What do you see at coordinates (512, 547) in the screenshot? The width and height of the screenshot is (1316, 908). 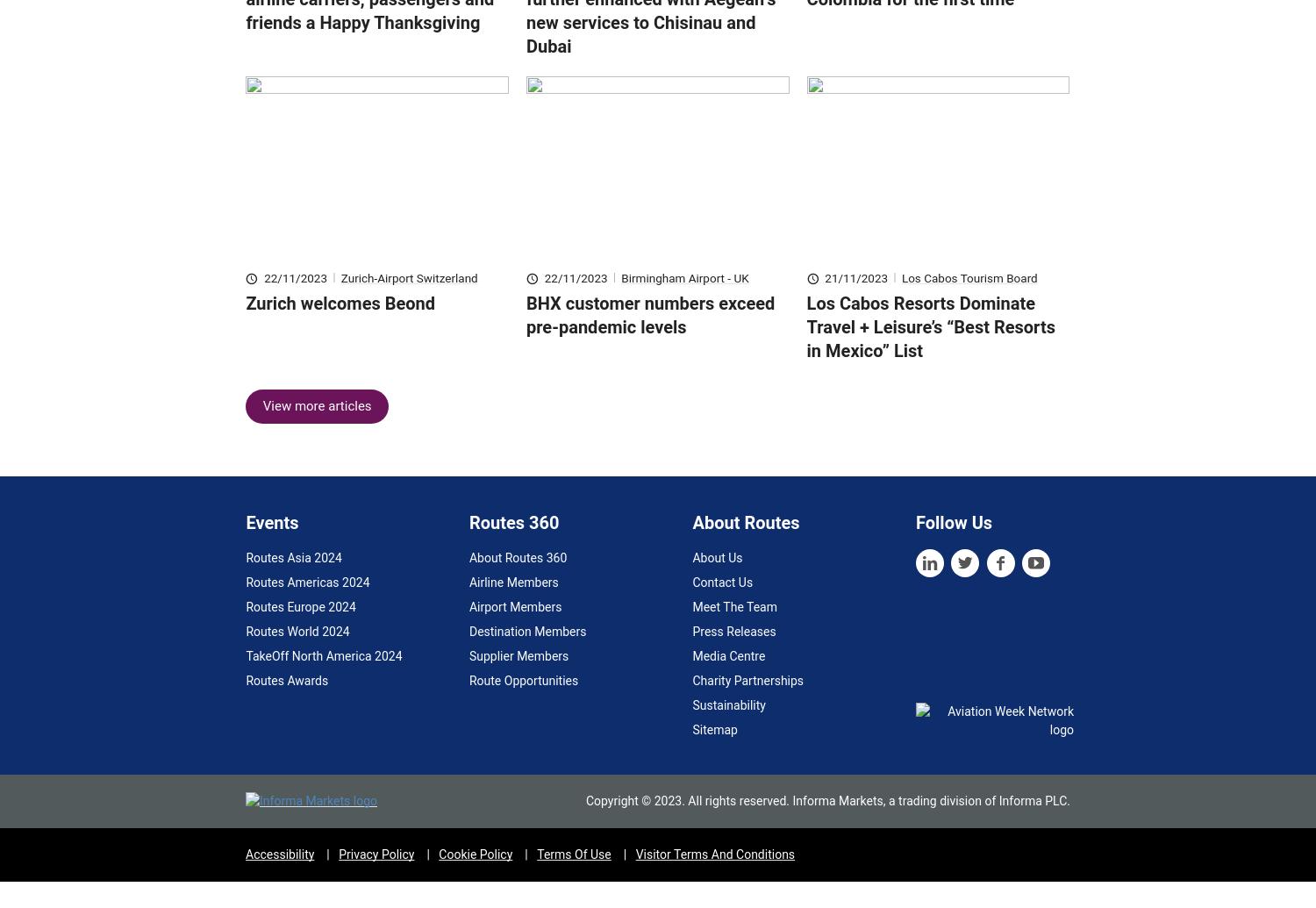 I see `'Routes 360'` at bounding box center [512, 547].